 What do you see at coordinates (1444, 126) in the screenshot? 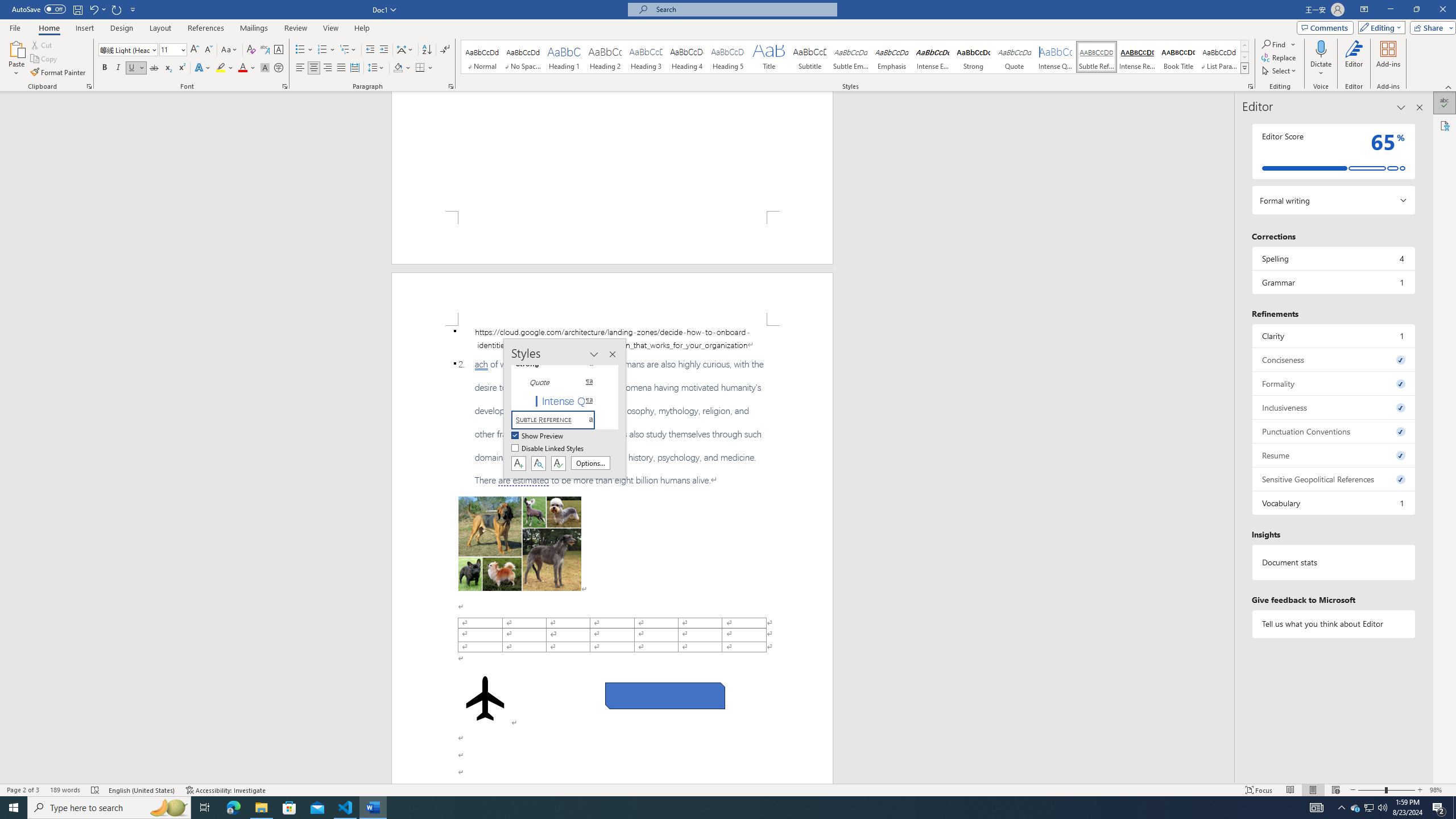
I see `'Accessibility'` at bounding box center [1444, 126].